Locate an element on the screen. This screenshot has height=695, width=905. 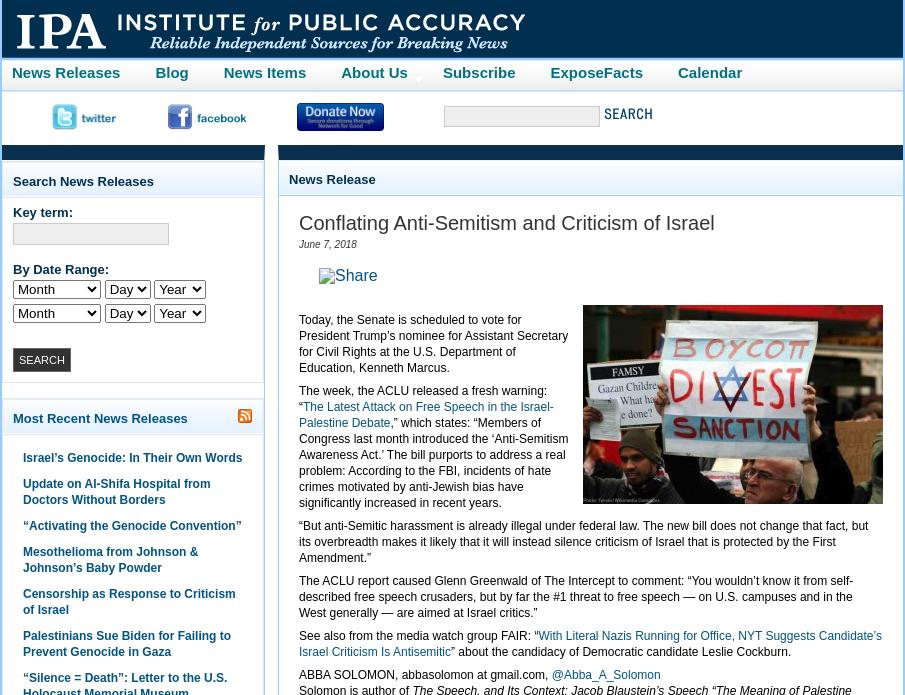
'Most Recent News Releases' is located at coordinates (100, 418).